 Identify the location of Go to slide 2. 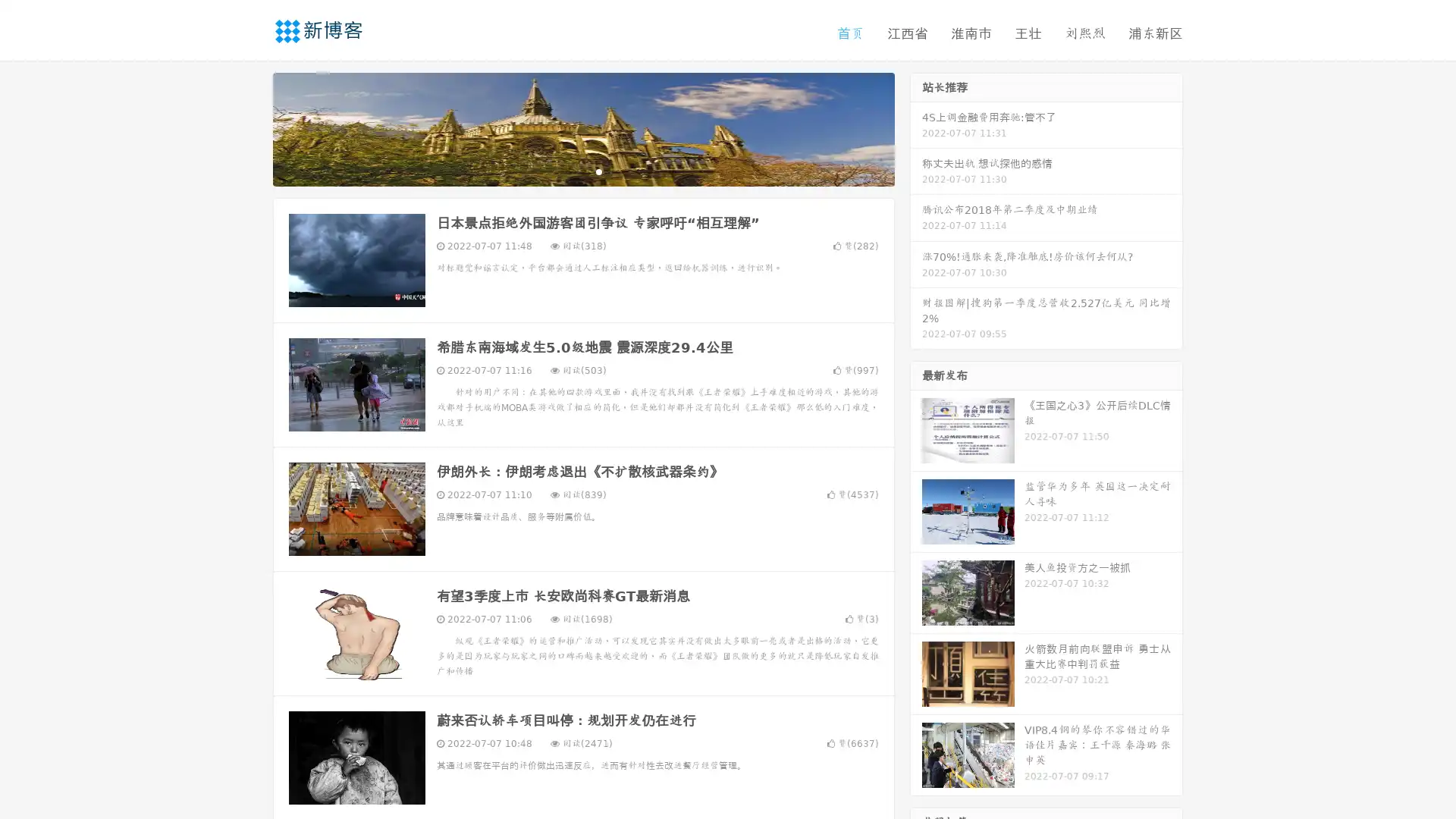
(582, 171).